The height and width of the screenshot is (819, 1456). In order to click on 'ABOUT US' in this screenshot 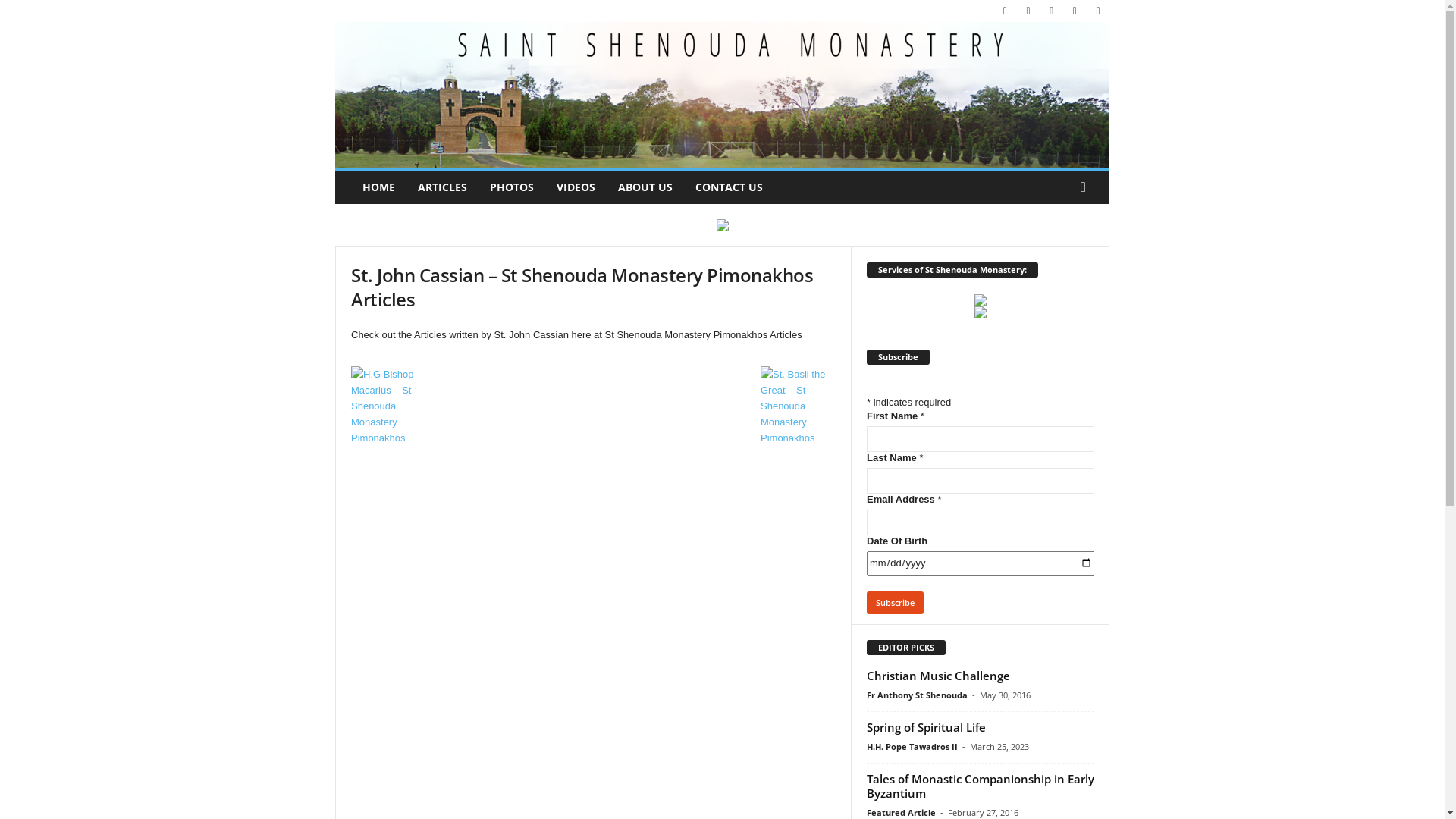, I will do `click(645, 186)`.